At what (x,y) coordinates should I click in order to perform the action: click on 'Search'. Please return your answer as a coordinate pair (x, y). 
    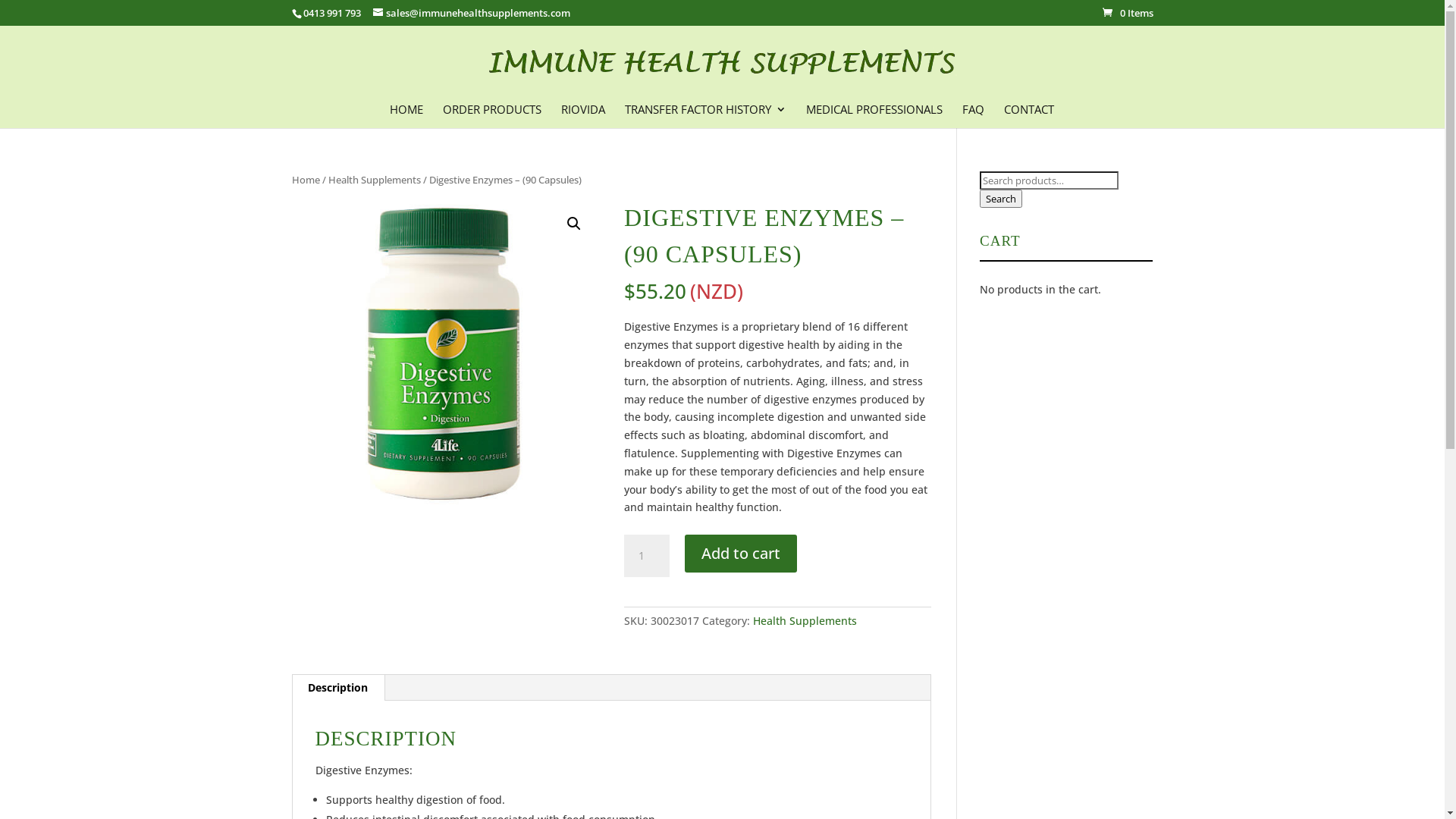
    Looking at the image, I should click on (1001, 198).